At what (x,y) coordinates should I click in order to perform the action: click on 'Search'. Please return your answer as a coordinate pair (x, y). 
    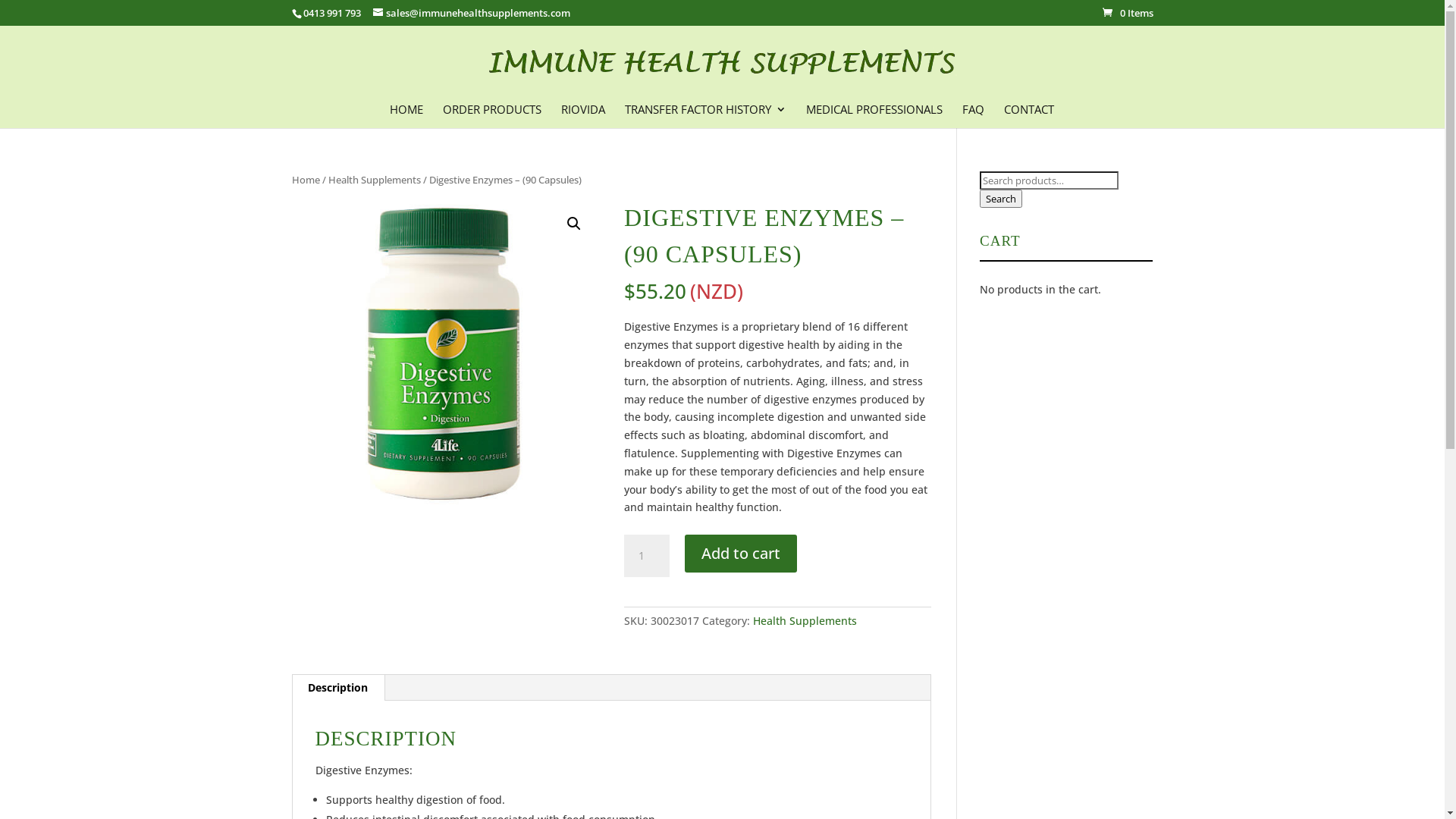
    Looking at the image, I should click on (1001, 198).